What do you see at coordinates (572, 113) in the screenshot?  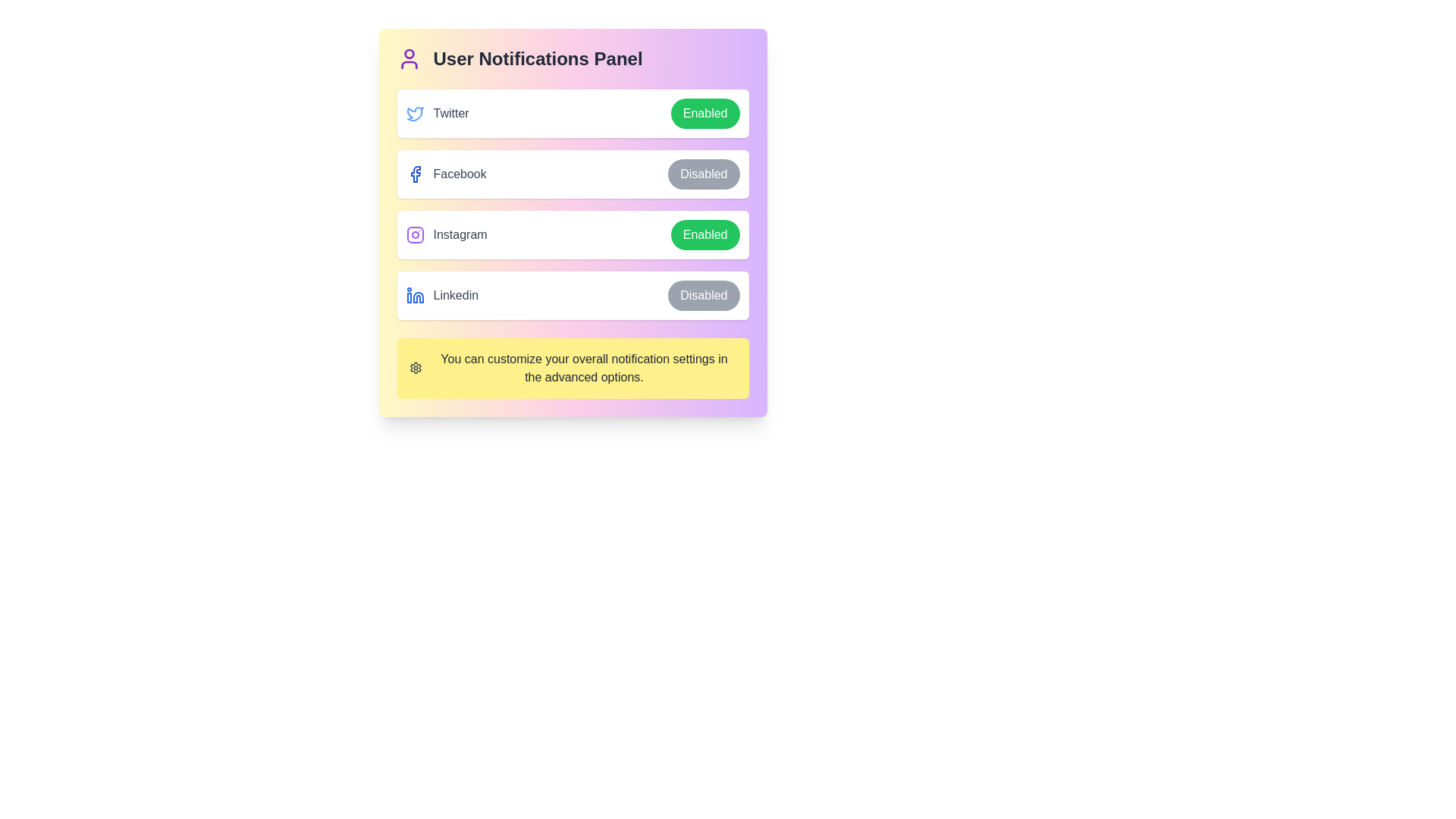 I see `the toggle button for notifications in the Twitter settings list` at bounding box center [572, 113].